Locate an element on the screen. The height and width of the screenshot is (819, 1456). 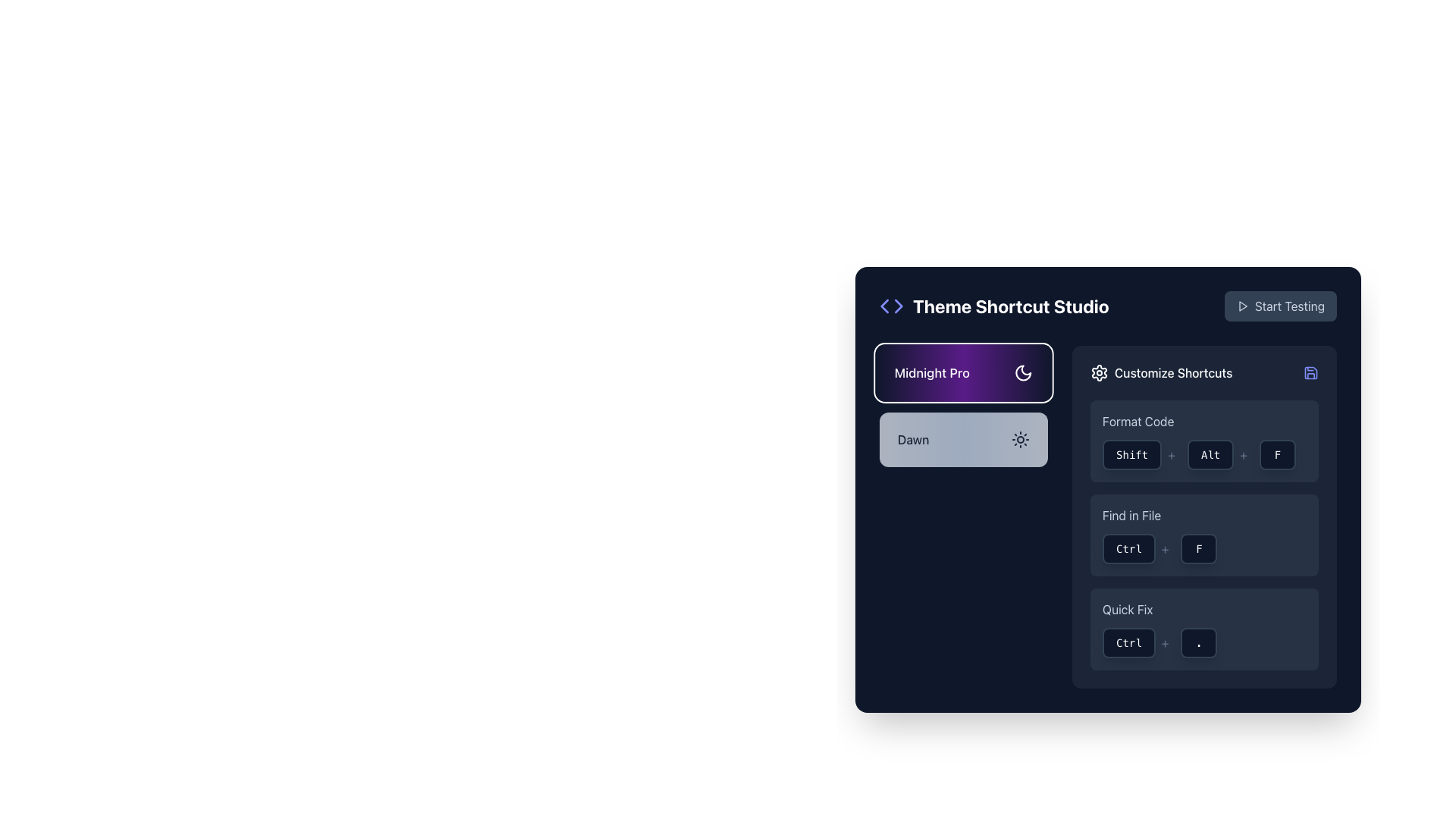
the Text Label that describes the 'Quick Fix' action in the 'Customize Shortcuts' panel, positioned above the visual representation of the keyboard shortcut 'Ctrl + .' is located at coordinates (1128, 608).